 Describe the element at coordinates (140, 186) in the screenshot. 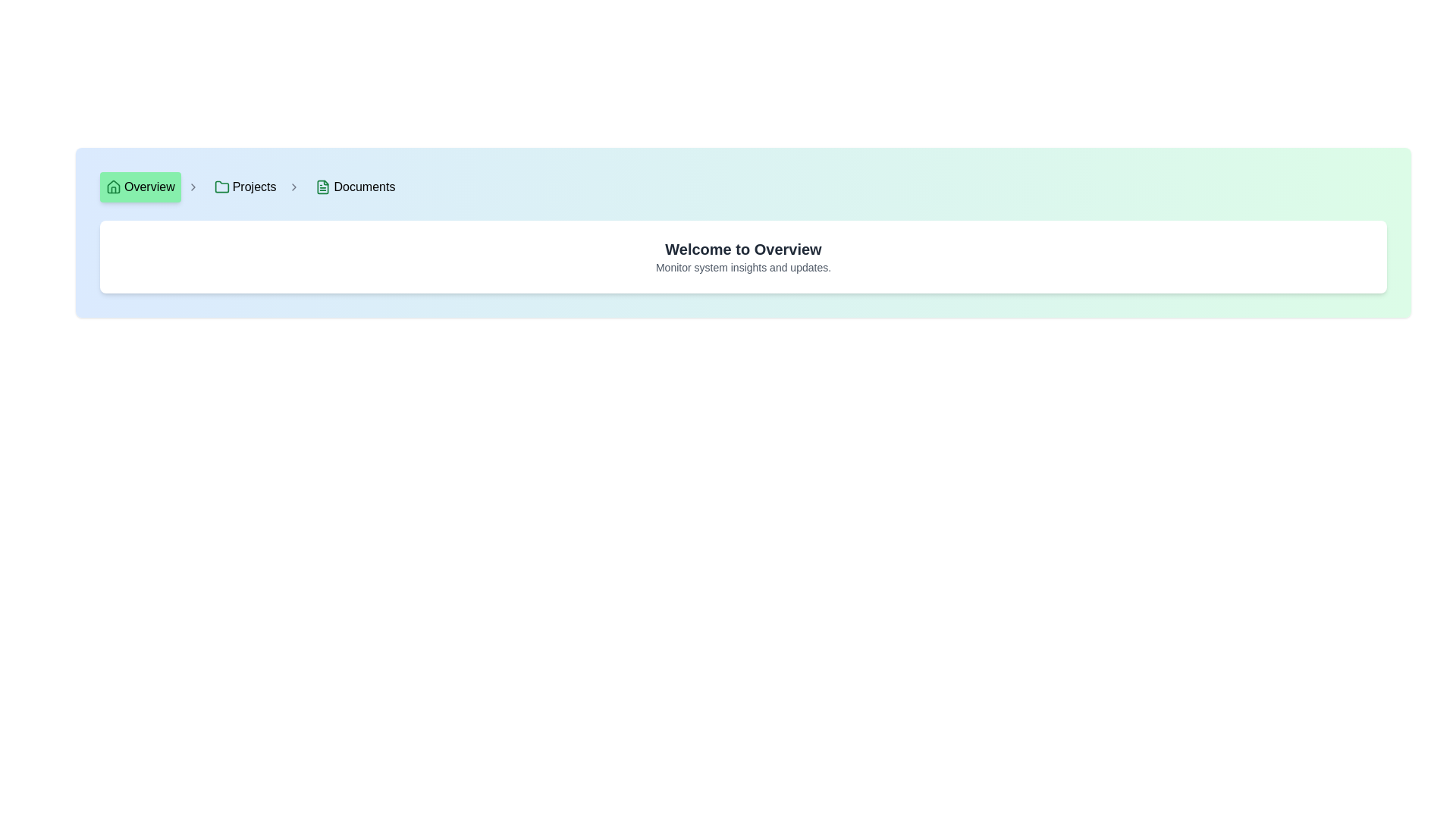

I see `the 'Overview' button in the breadcrumb navigation bar` at that location.